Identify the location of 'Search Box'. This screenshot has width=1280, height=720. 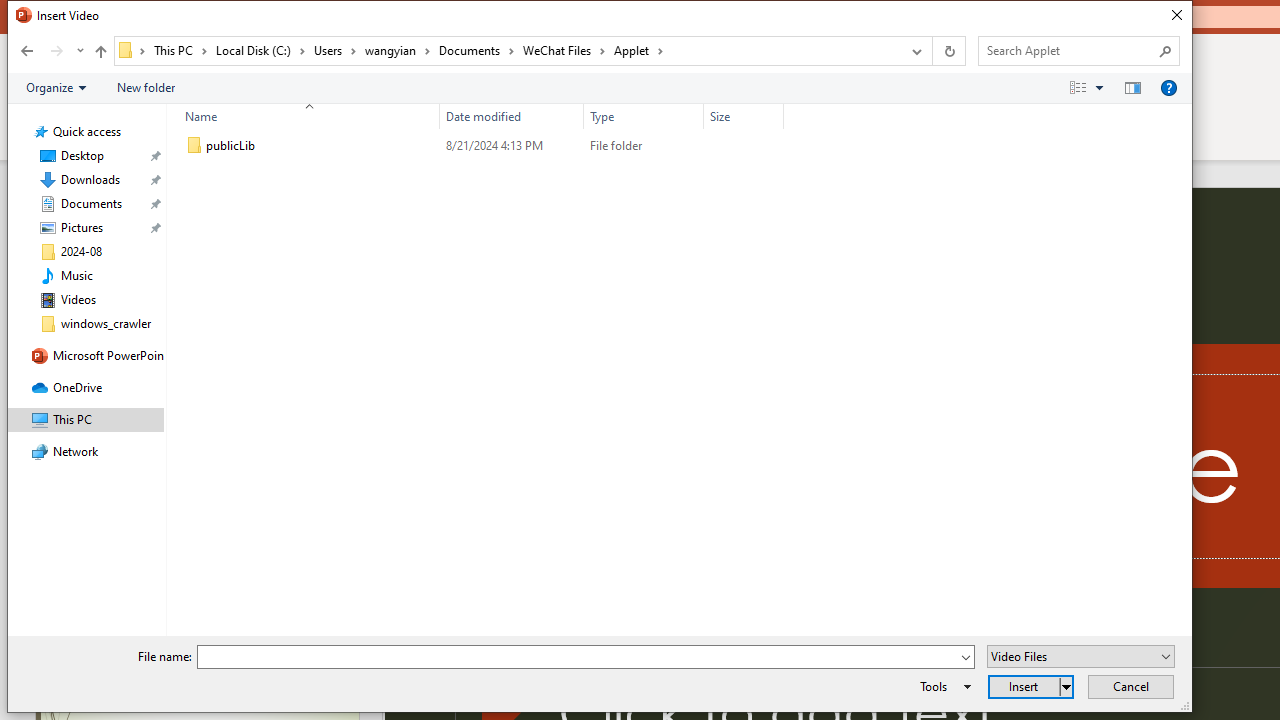
(1068, 49).